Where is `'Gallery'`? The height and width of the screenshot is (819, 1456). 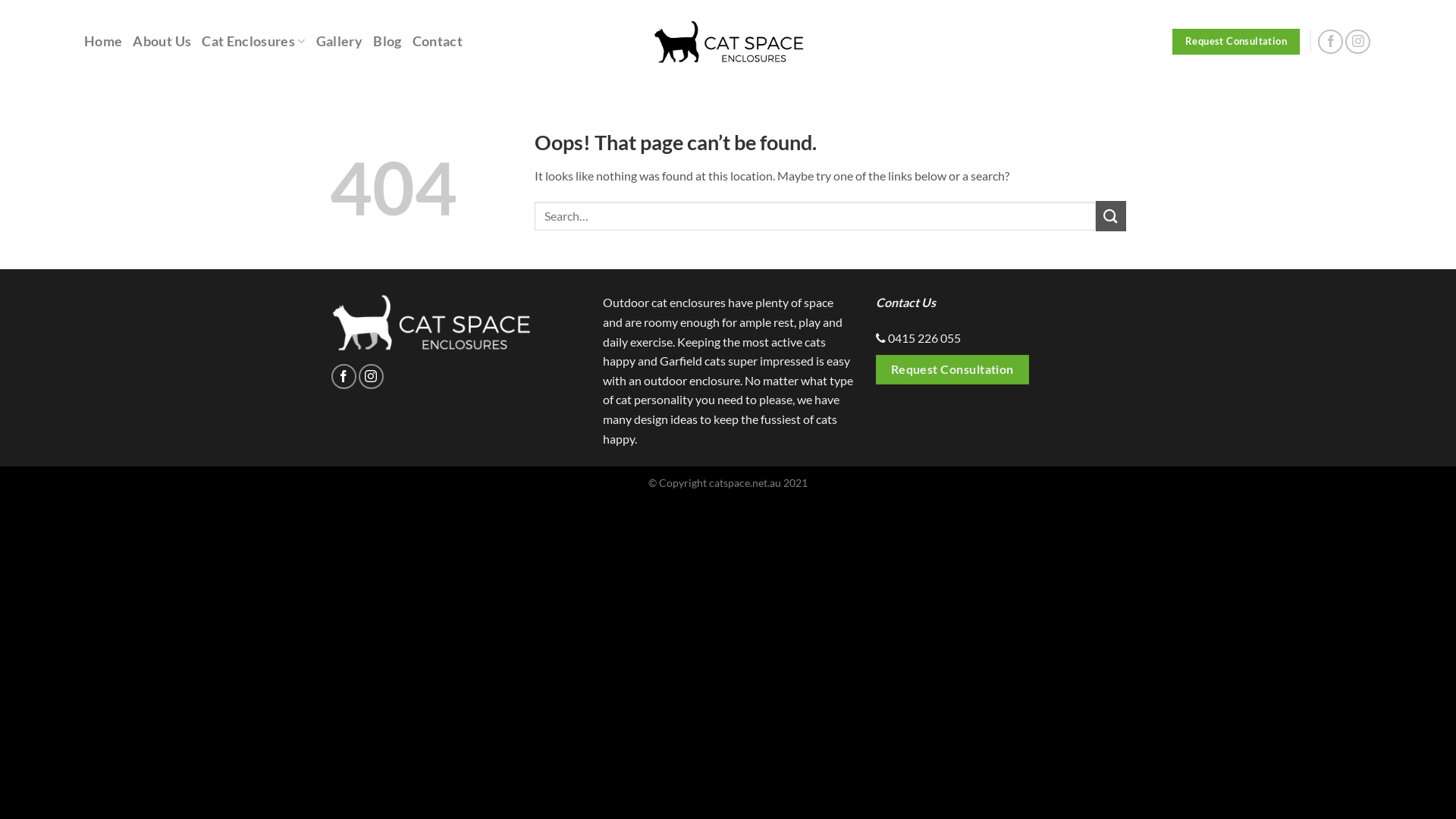 'Gallery' is located at coordinates (315, 40).